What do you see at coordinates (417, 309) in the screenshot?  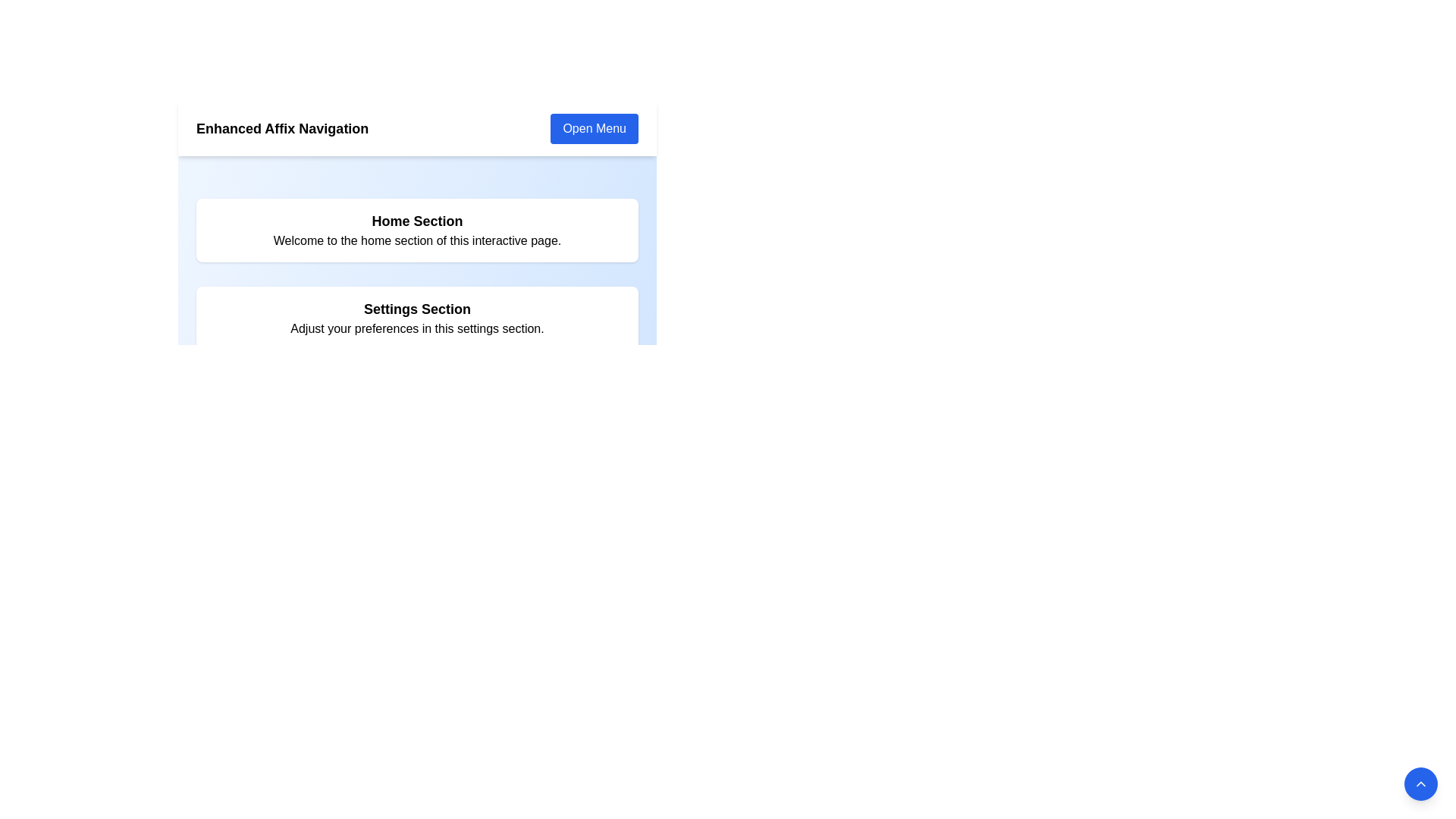 I see `text content of the header labeled 'Settings Section', which is a bold, large font element positioned at the top of the settings panel` at bounding box center [417, 309].